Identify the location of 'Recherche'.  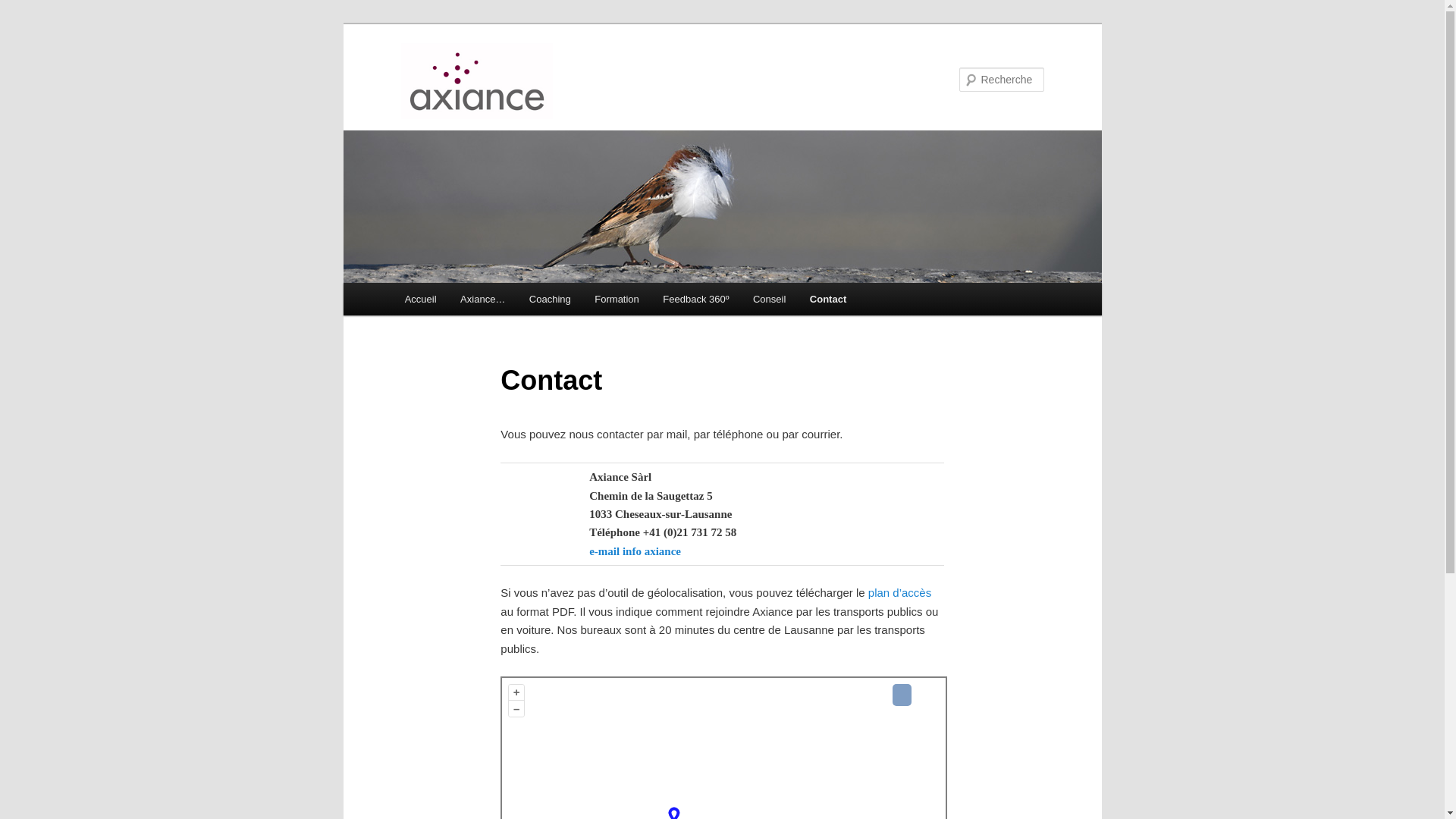
(33, 8).